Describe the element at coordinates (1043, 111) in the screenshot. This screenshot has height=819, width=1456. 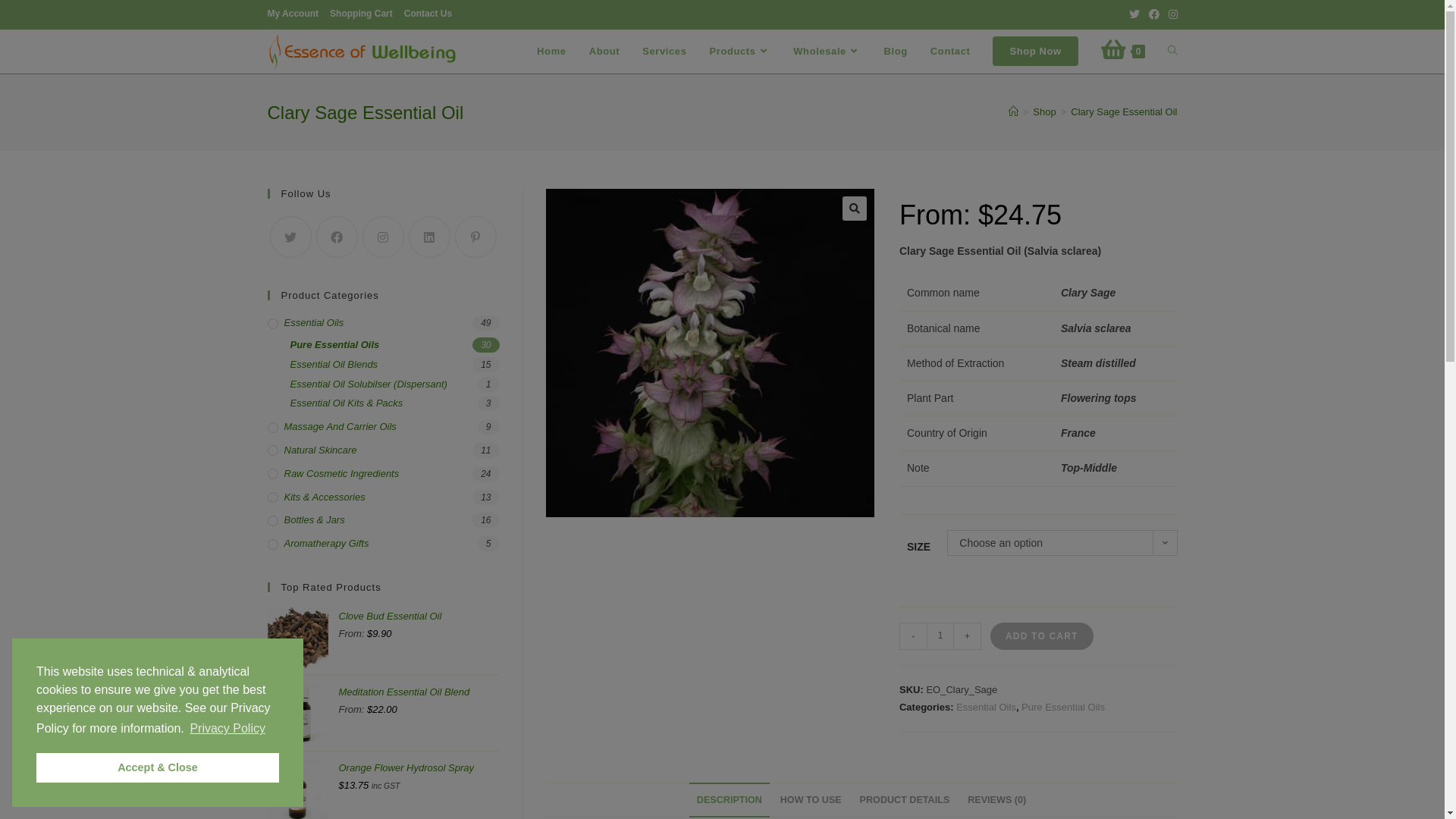
I see `'Shop'` at that location.